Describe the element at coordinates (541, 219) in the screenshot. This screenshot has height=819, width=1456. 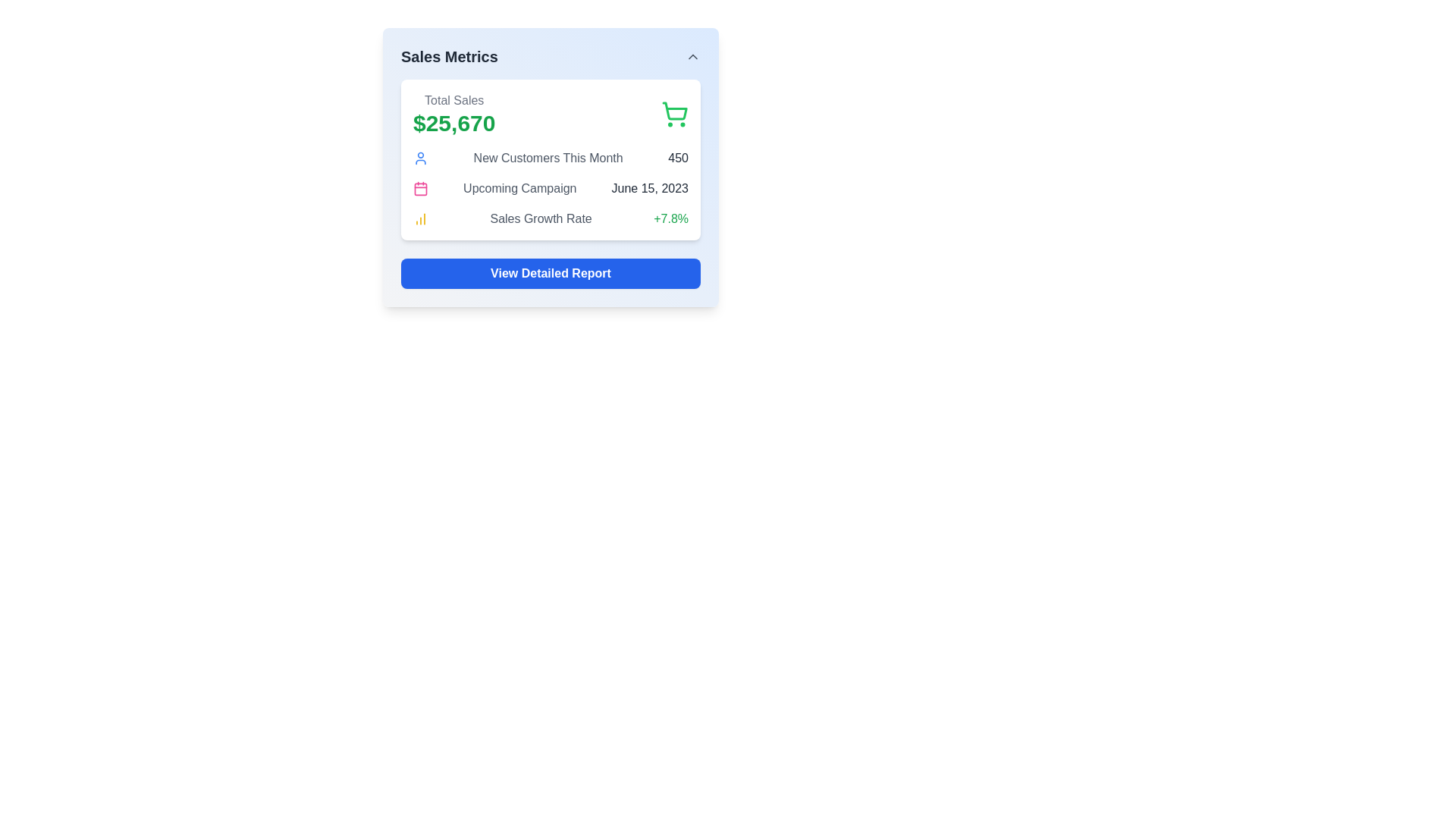
I see `the text label that describes the sales growth rate, which is positioned to the left of the value '+7.8%' and aligned beside a chart icon` at that location.